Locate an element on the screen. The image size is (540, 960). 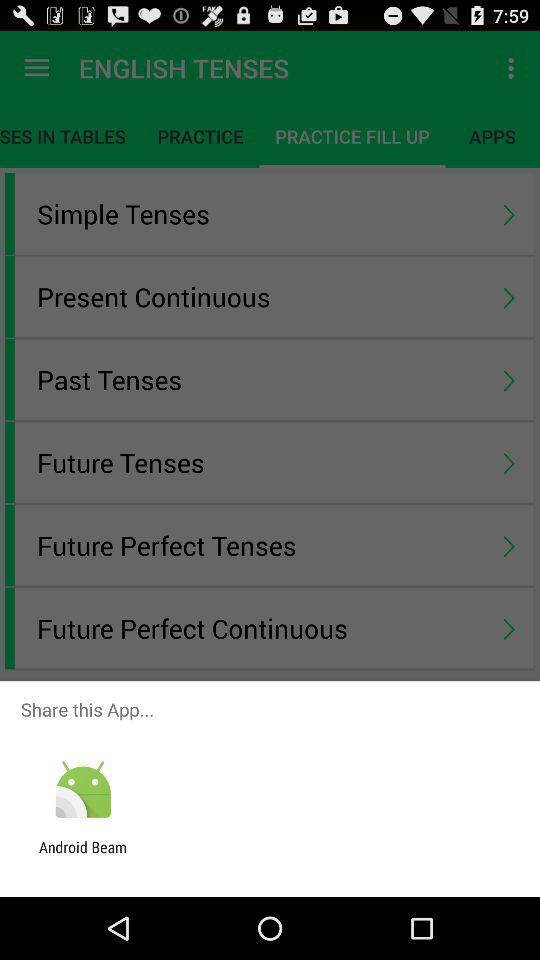
android beam icon is located at coordinates (82, 855).